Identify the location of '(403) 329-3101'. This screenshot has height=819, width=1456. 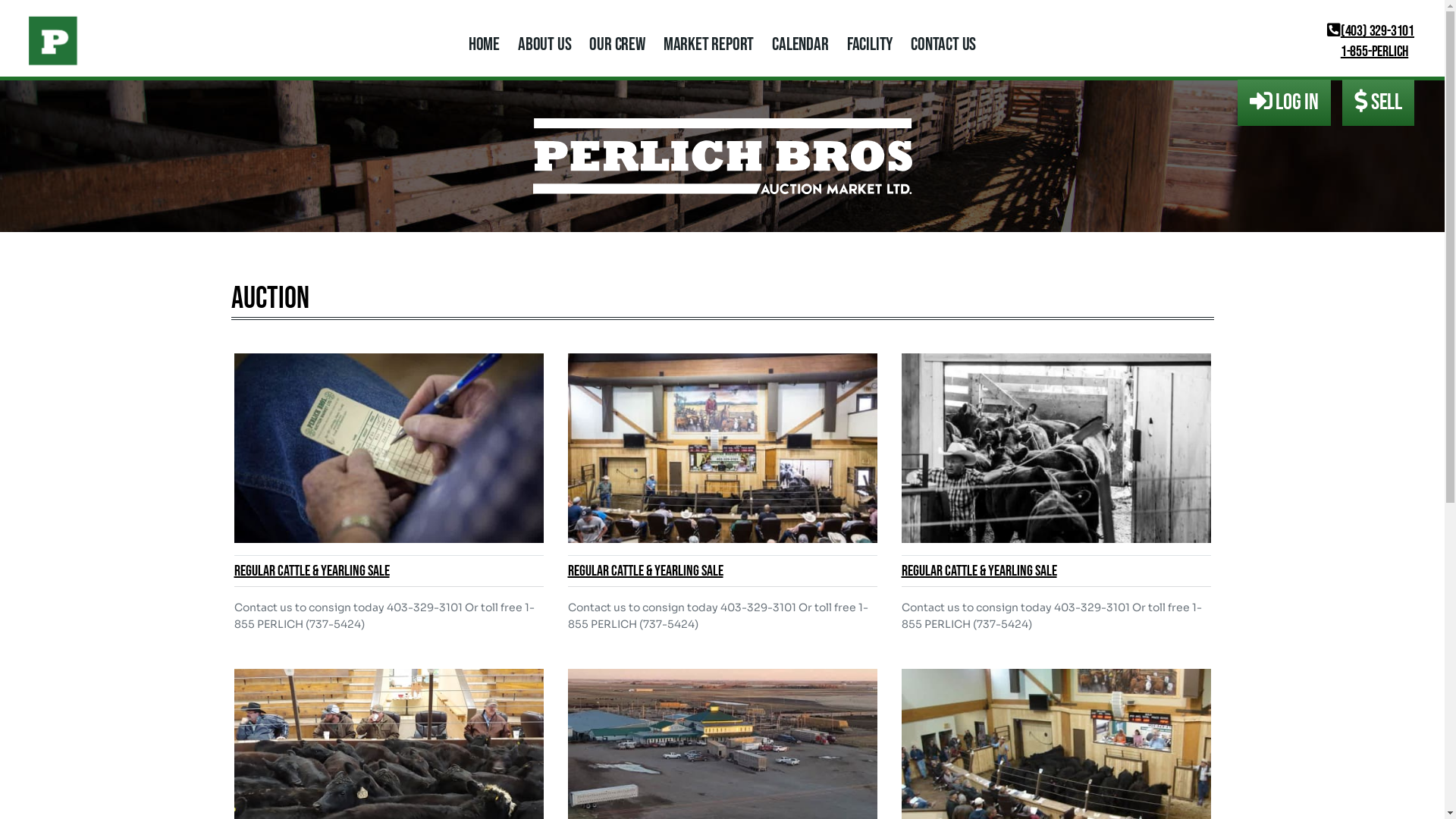
(1370, 31).